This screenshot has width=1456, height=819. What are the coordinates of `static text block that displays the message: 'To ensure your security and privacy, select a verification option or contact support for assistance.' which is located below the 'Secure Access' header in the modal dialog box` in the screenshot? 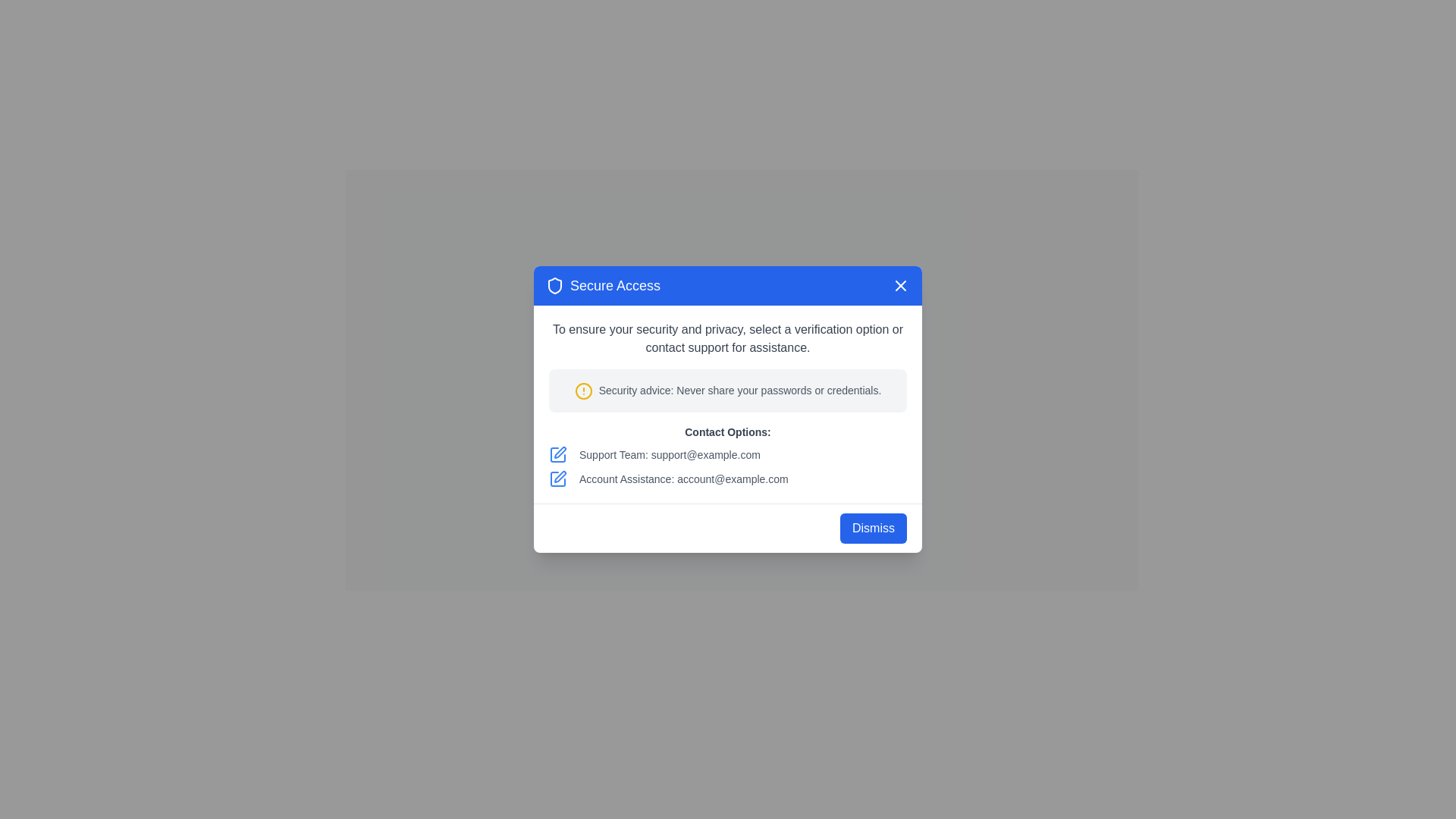 It's located at (728, 338).